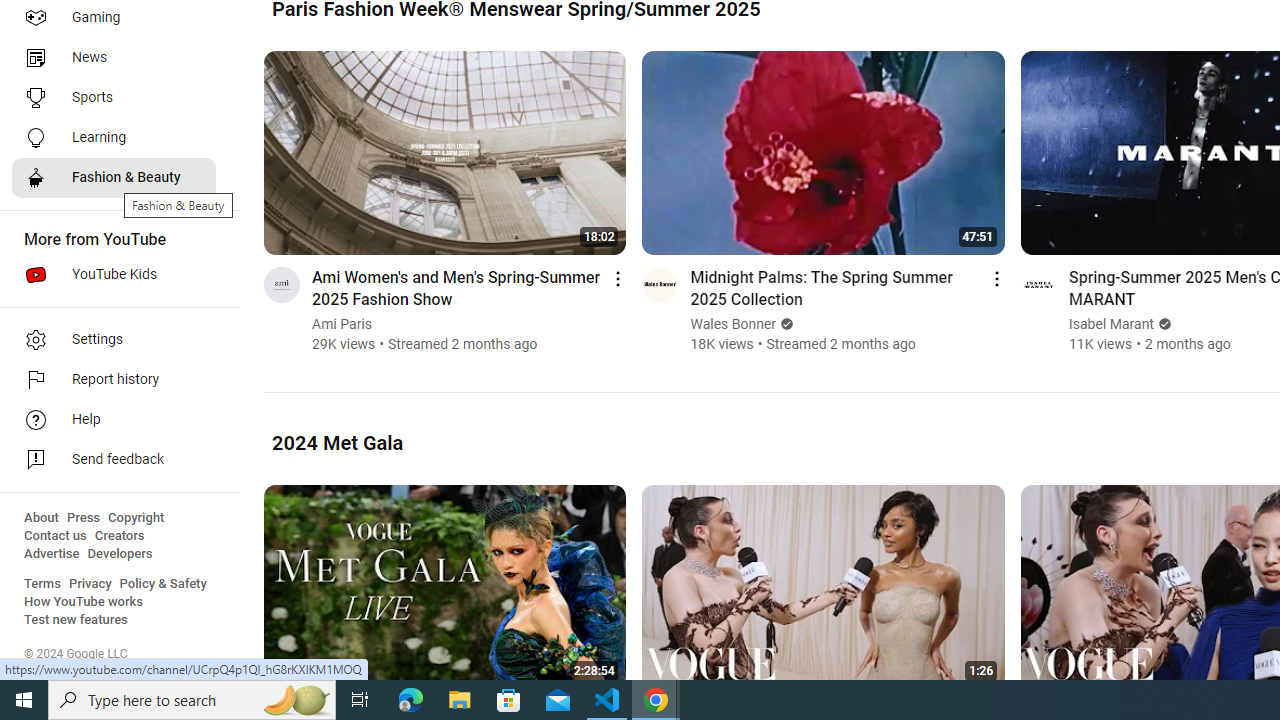 Image resolution: width=1280 pixels, height=720 pixels. What do you see at coordinates (112, 176) in the screenshot?
I see `'Fashion & Beauty'` at bounding box center [112, 176].